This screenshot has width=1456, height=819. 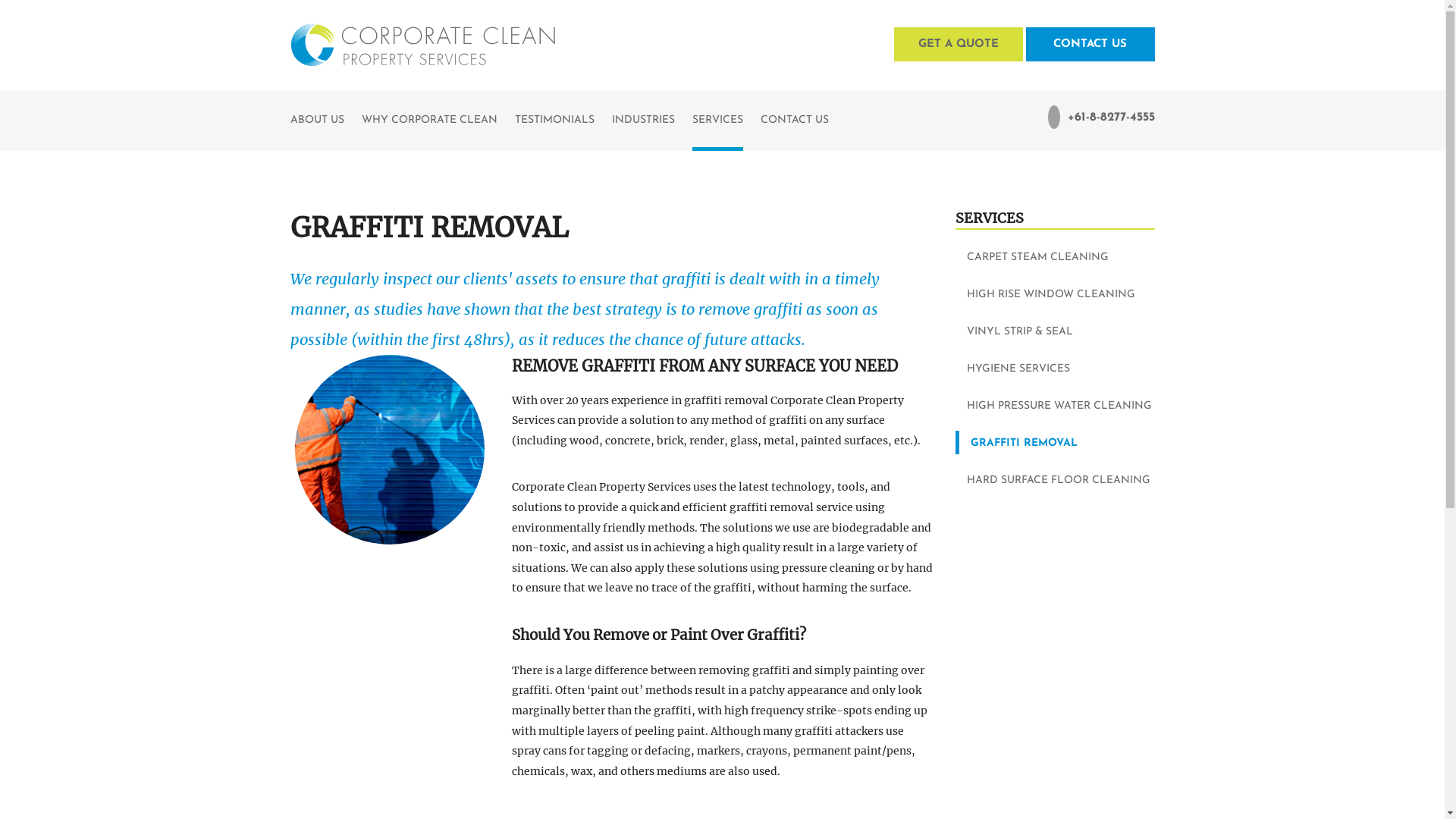 I want to click on 'CARPET STEAM CLEANING', so click(x=1054, y=256).